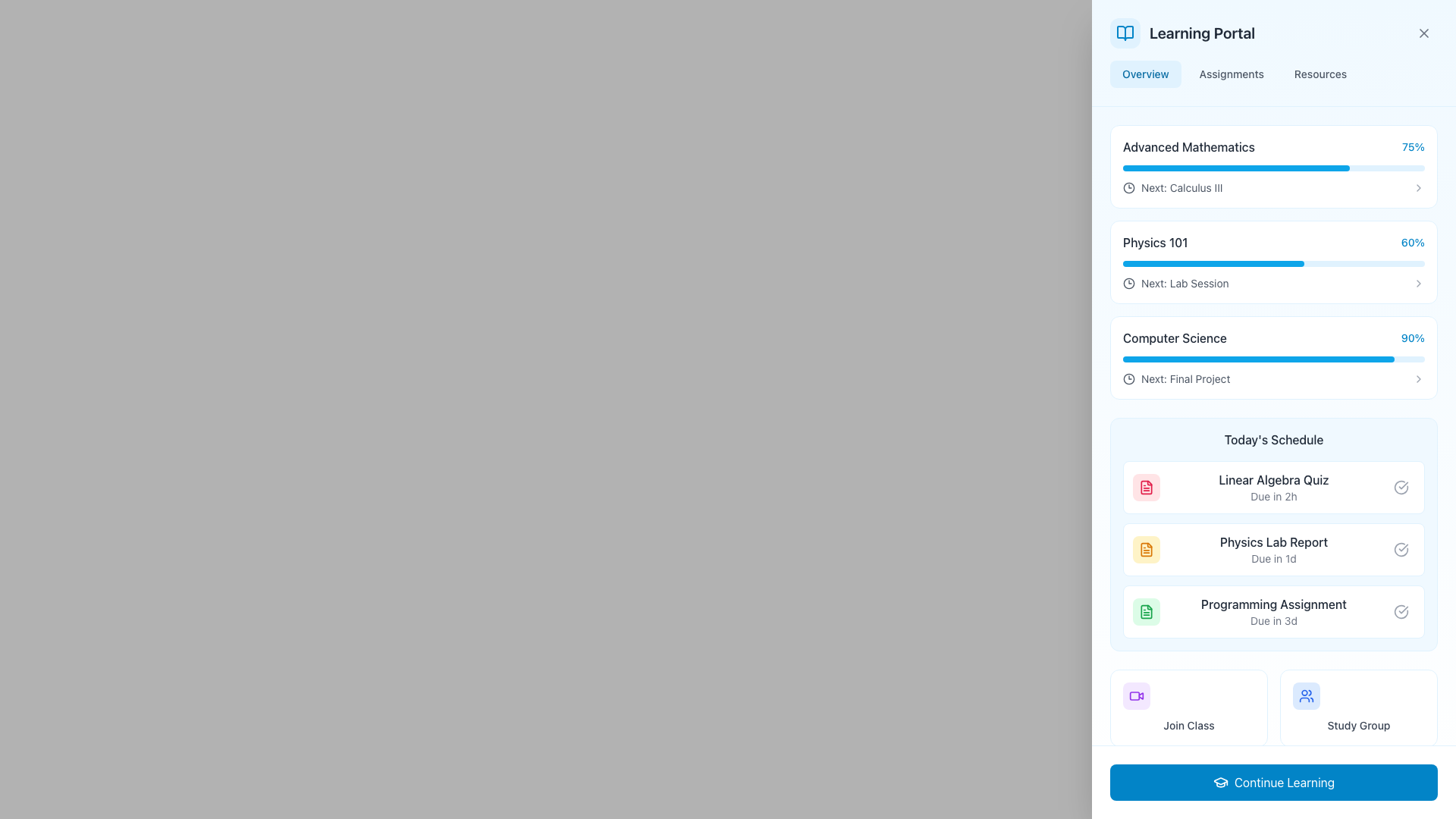 The height and width of the screenshot is (819, 1456). What do you see at coordinates (1274, 262) in the screenshot?
I see `progress details of the progress list component that displays completion percentages for Advanced Mathematics, Physics 101, and Computer Science, located in the main content area under the navigation tabs` at bounding box center [1274, 262].